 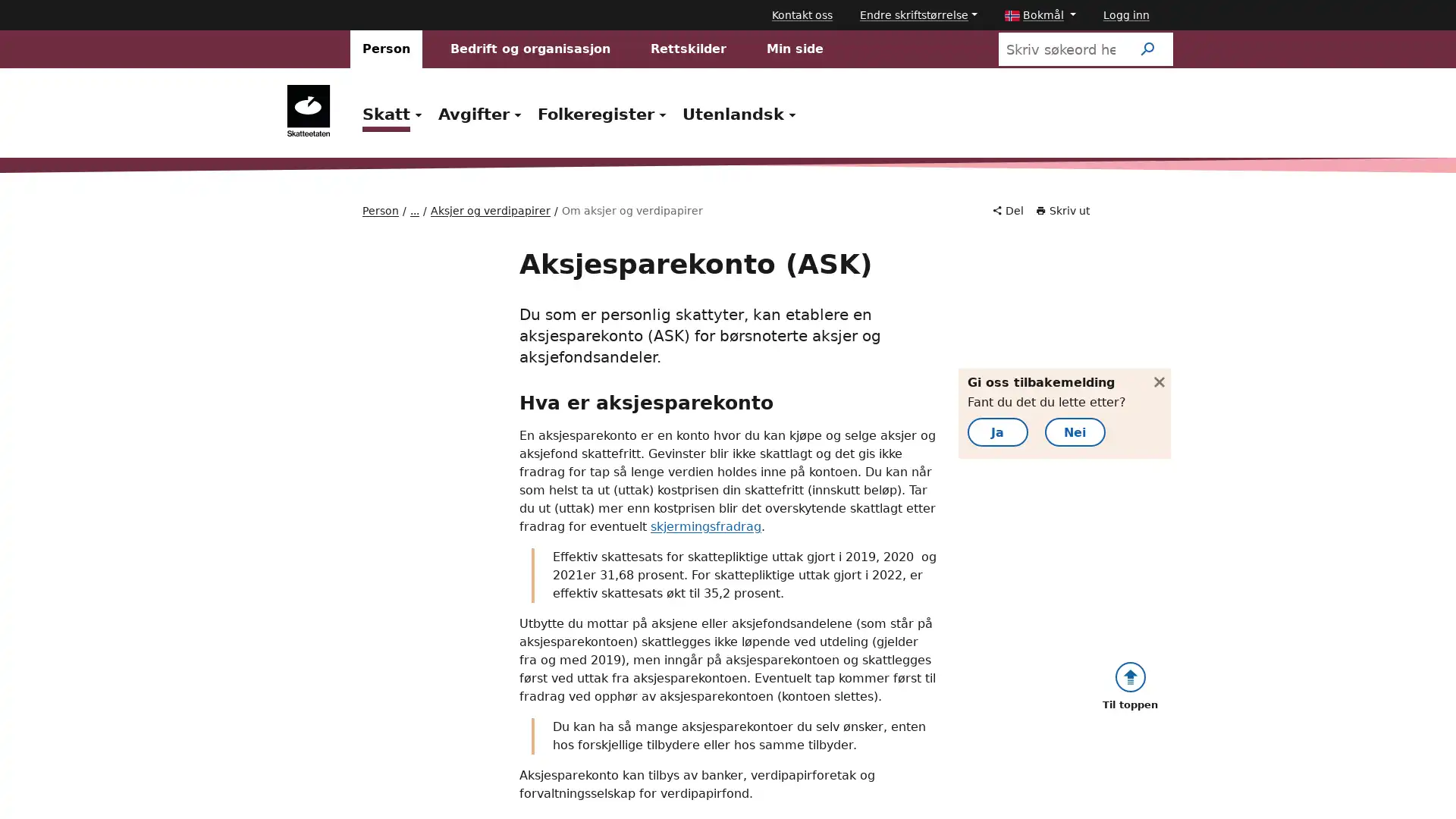 I want to click on Min side, so click(x=794, y=49).